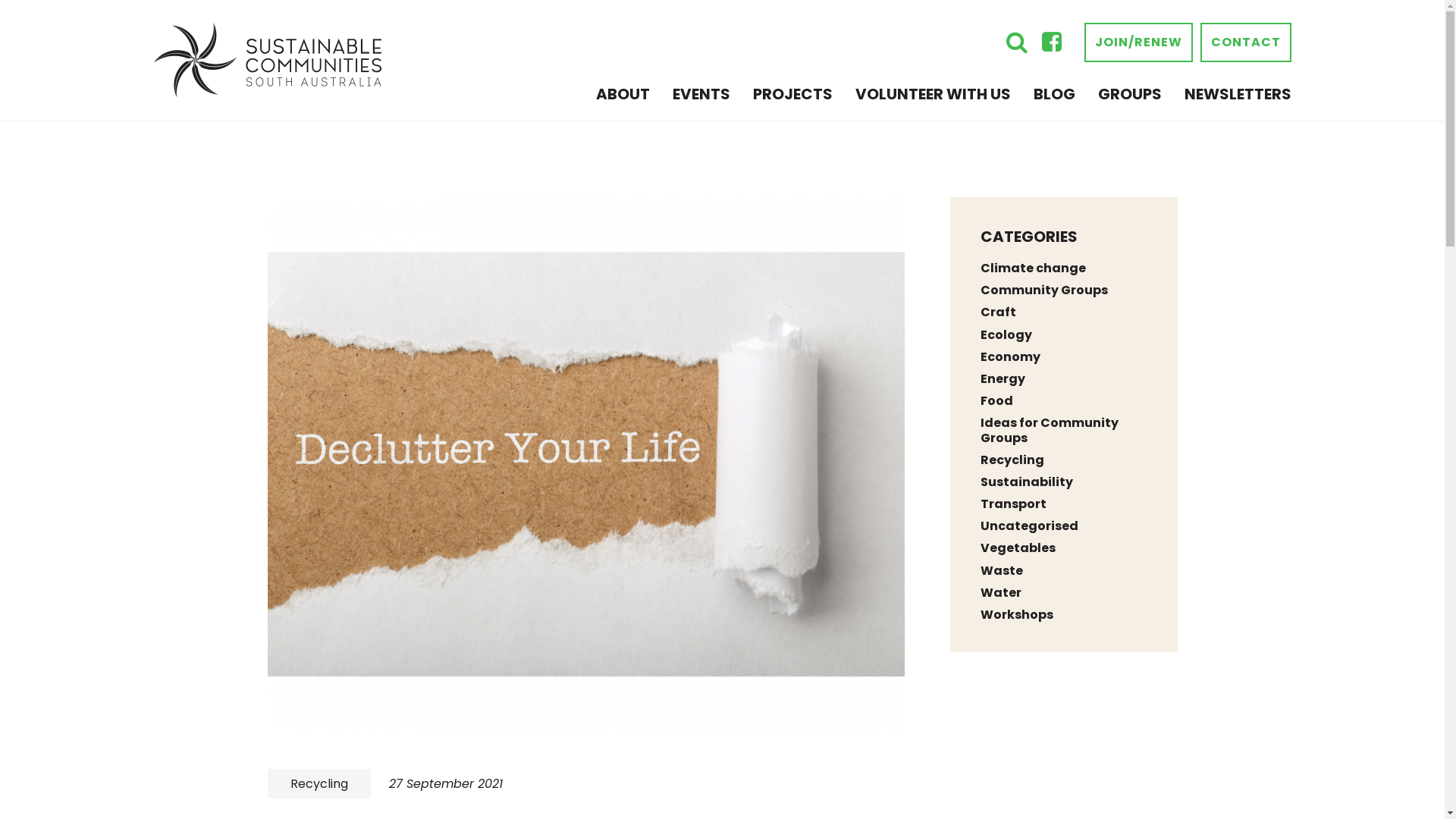  I want to click on 'Sustainability', so click(1026, 482).